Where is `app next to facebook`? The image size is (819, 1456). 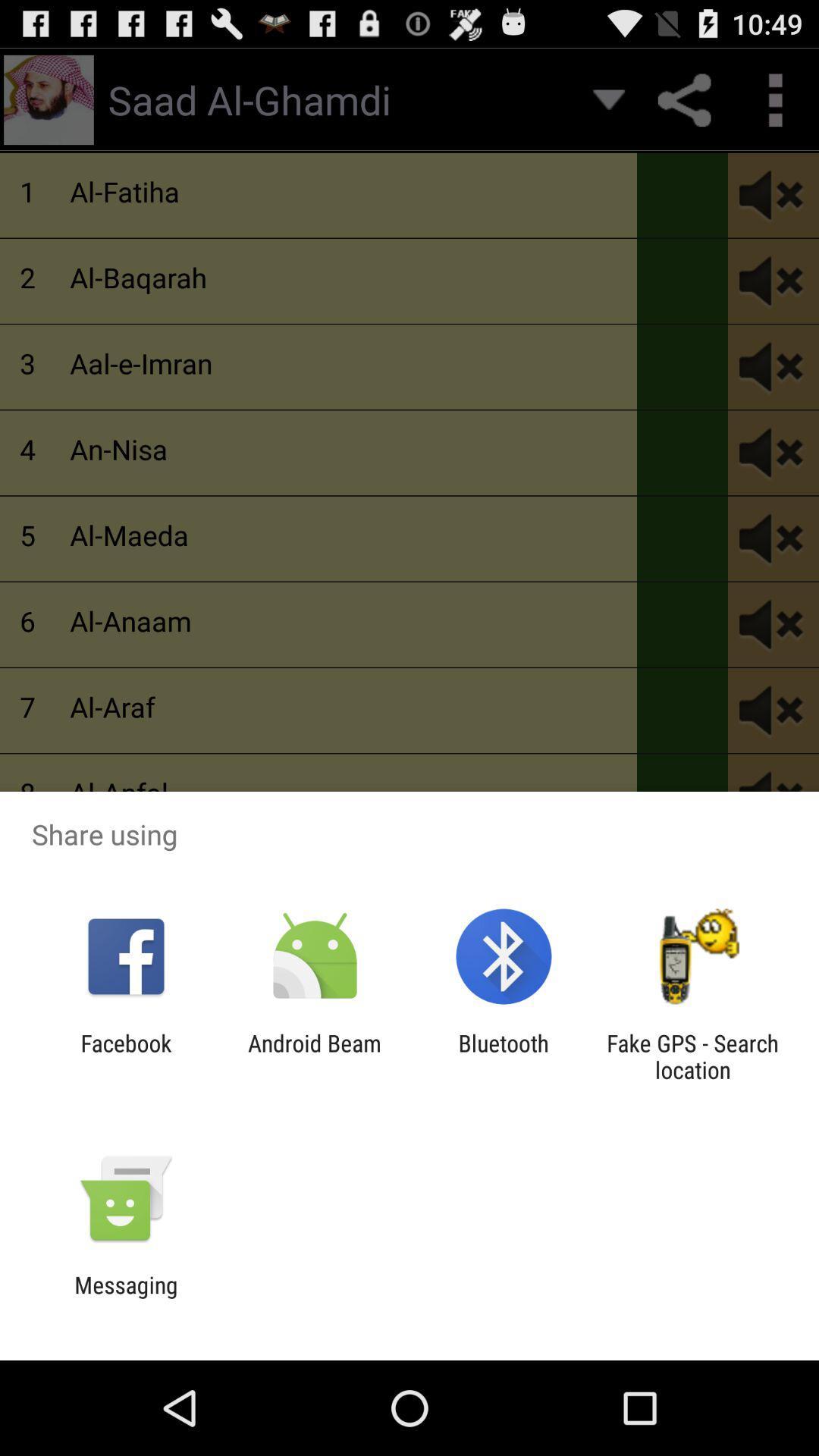
app next to facebook is located at coordinates (314, 1056).